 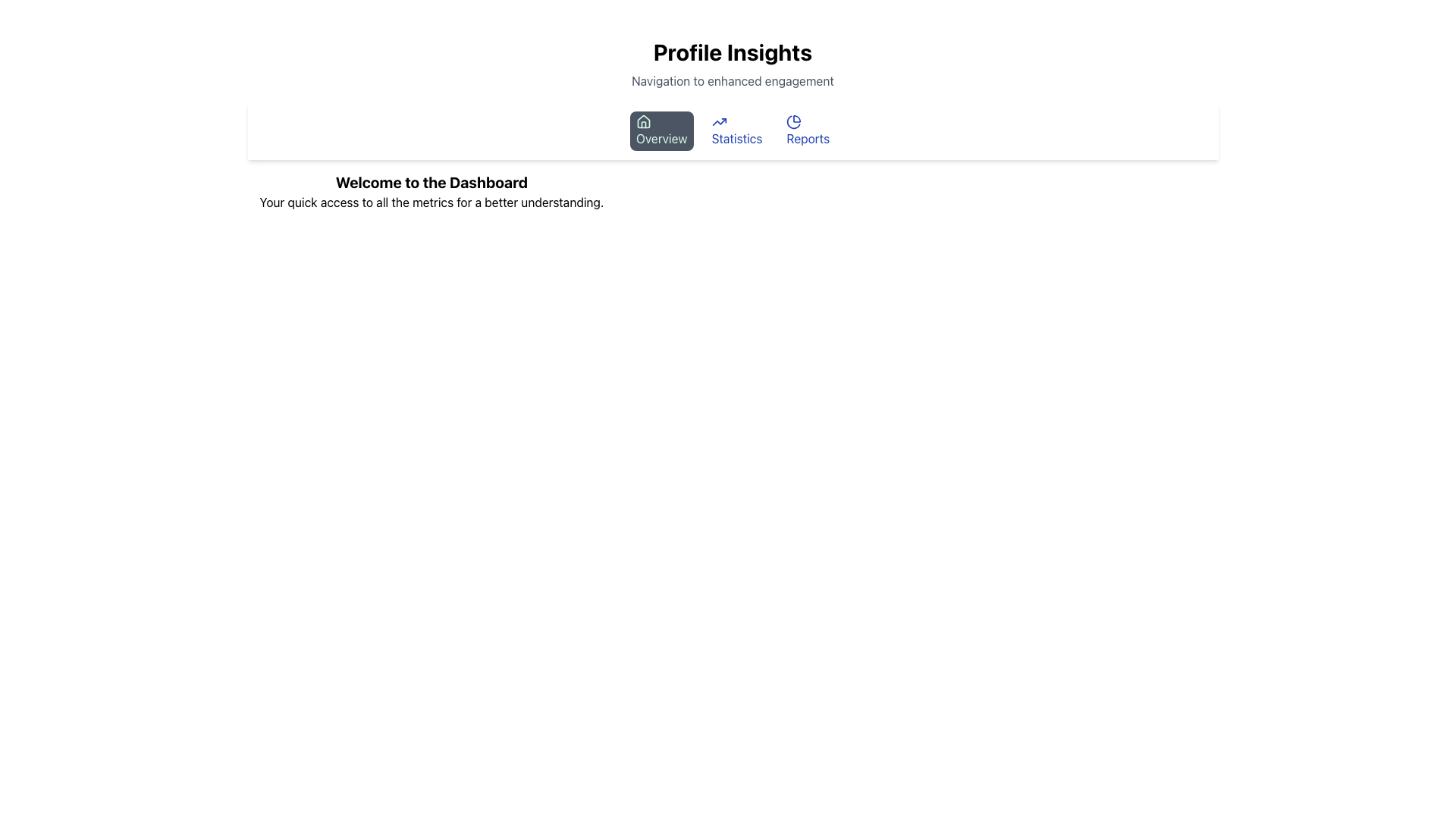 What do you see at coordinates (643, 121) in the screenshot?
I see `'Home' icon element located inside the 'Overview' button in the top navigation bar by using the developer tools` at bounding box center [643, 121].